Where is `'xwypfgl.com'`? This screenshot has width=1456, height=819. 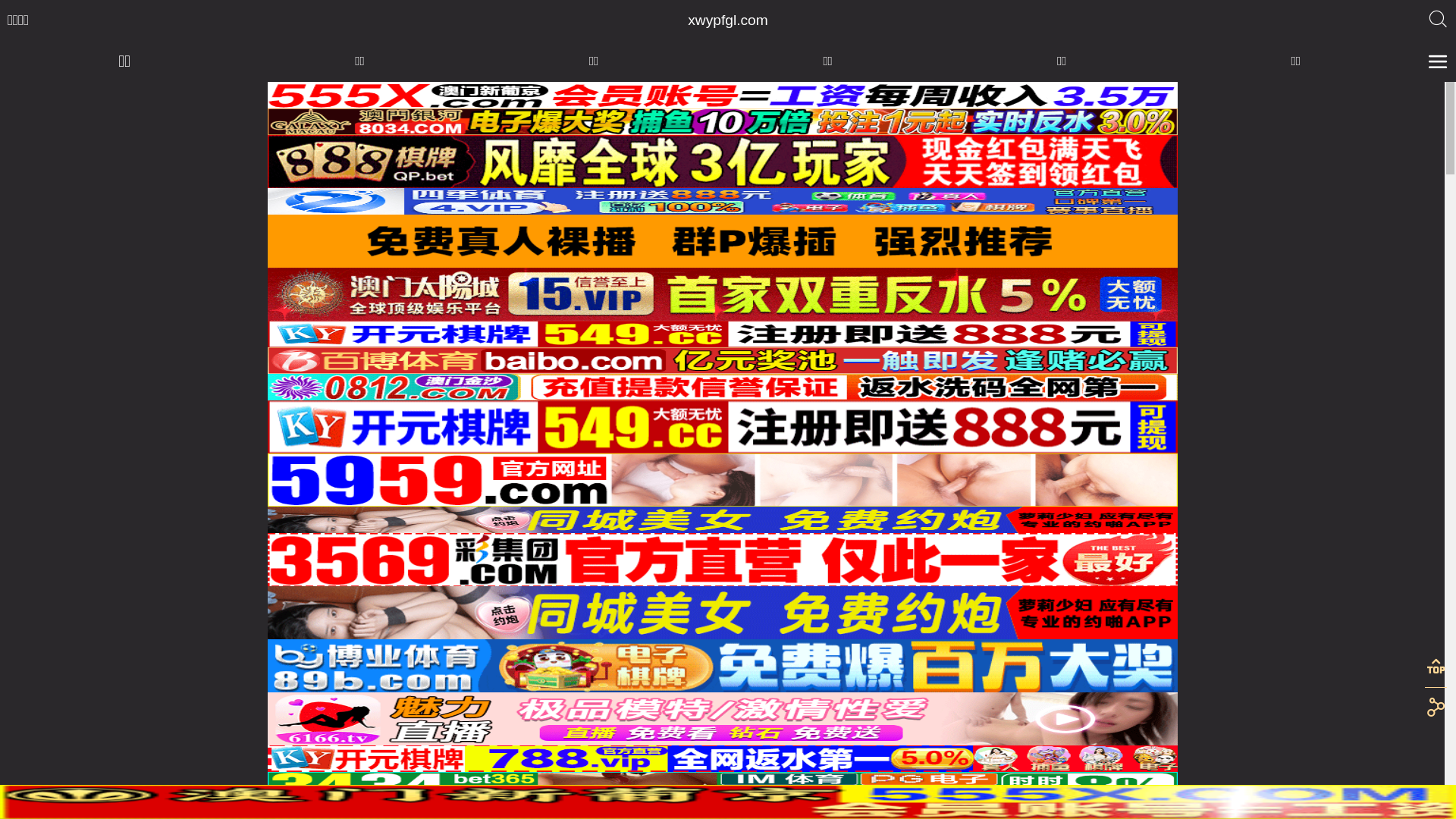 'xwypfgl.com' is located at coordinates (728, 20).